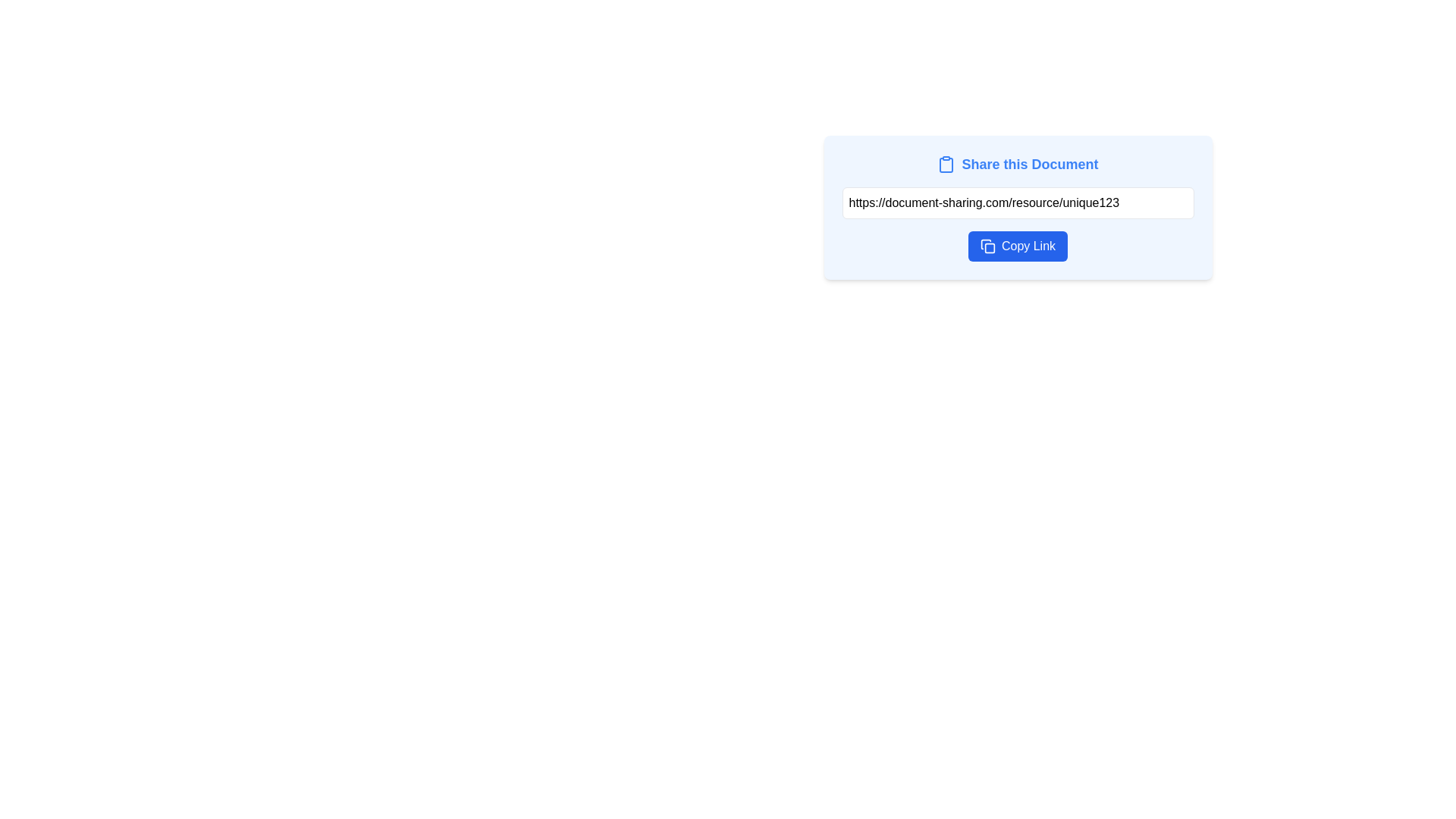 The width and height of the screenshot is (1456, 819). Describe the element at coordinates (946, 164) in the screenshot. I see `the clipboard icon to trigger the associated copy or share functionality for the document` at that location.